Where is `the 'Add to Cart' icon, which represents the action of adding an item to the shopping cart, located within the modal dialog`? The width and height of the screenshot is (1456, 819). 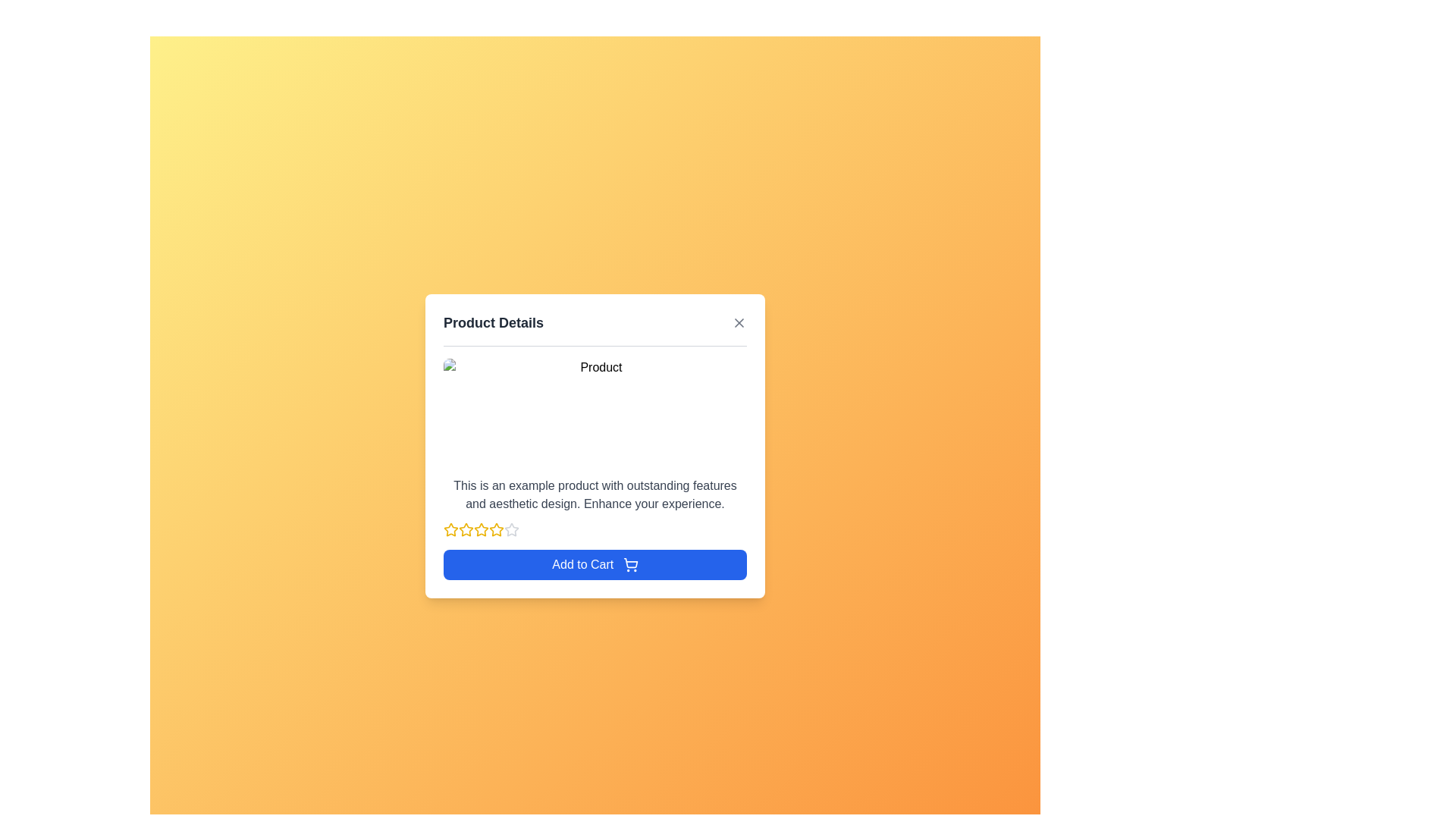
the 'Add to Cart' icon, which represents the action of adding an item to the shopping cart, located within the modal dialog is located at coordinates (630, 563).